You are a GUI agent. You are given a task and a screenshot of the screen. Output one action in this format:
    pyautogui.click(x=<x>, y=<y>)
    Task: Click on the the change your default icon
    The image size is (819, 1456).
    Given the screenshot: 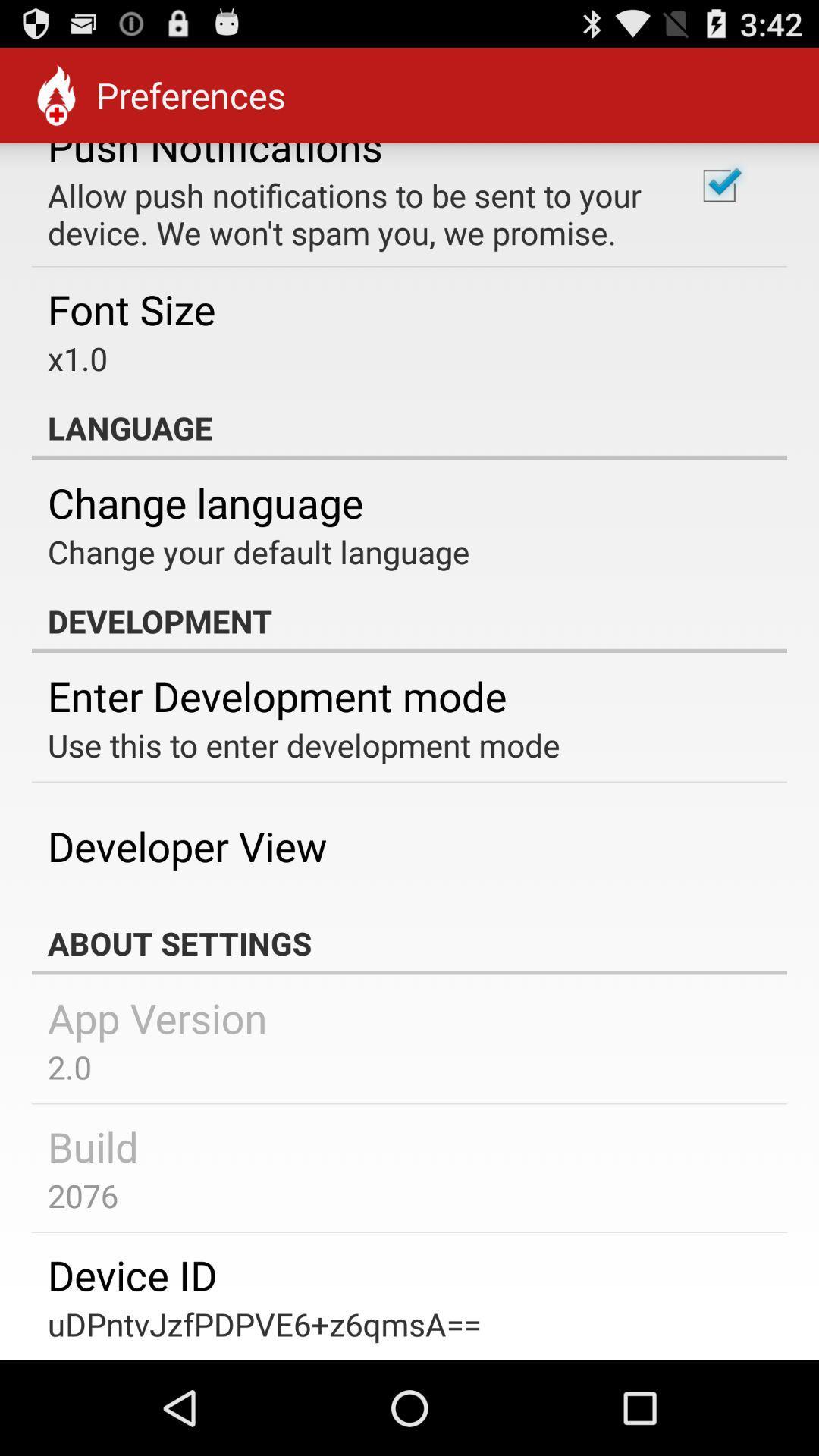 What is the action you would take?
    pyautogui.click(x=258, y=551)
    